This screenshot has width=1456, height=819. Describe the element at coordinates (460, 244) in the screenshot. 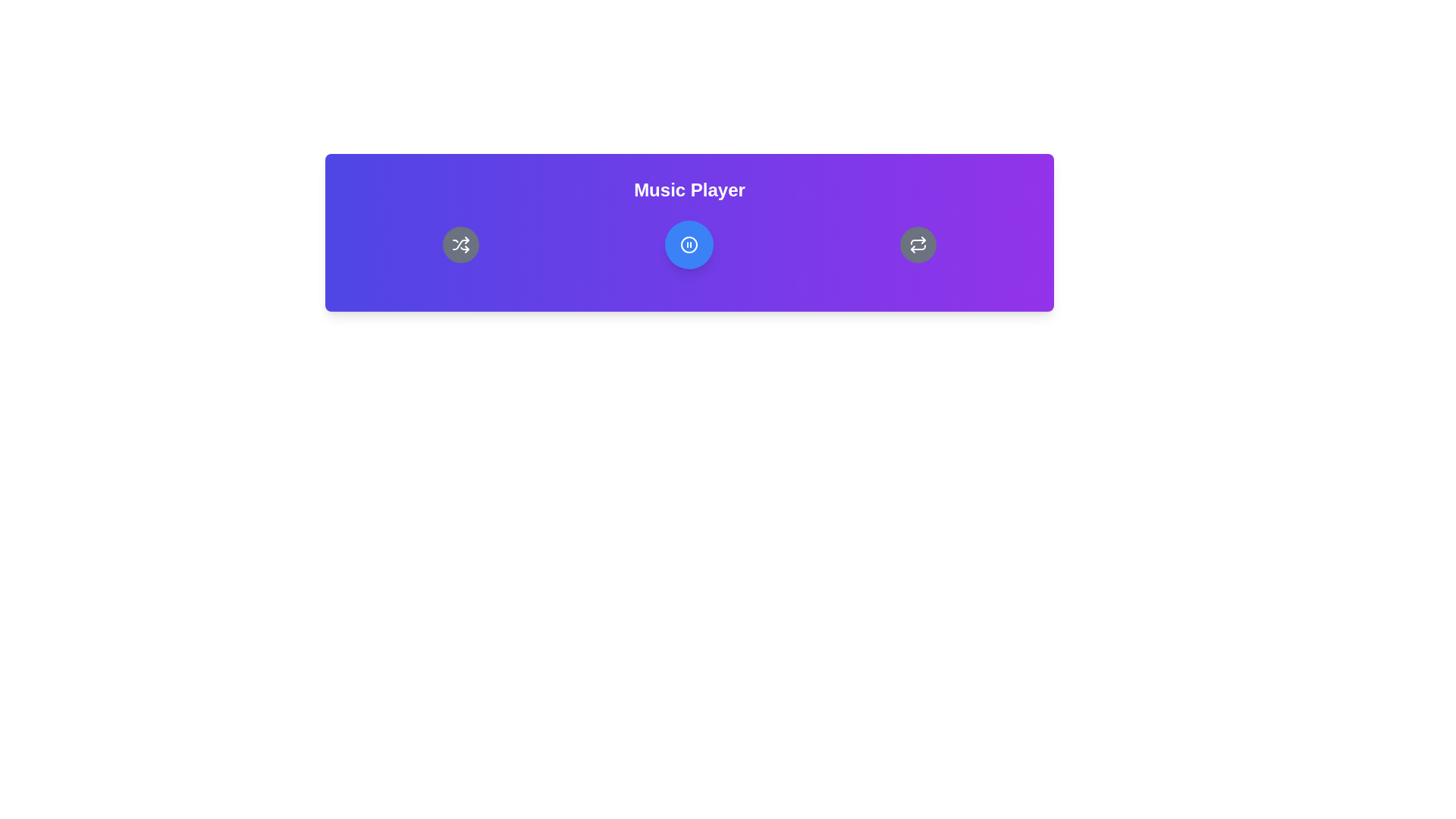

I see `the circular gray shuffle button with a white shuffle icon` at that location.